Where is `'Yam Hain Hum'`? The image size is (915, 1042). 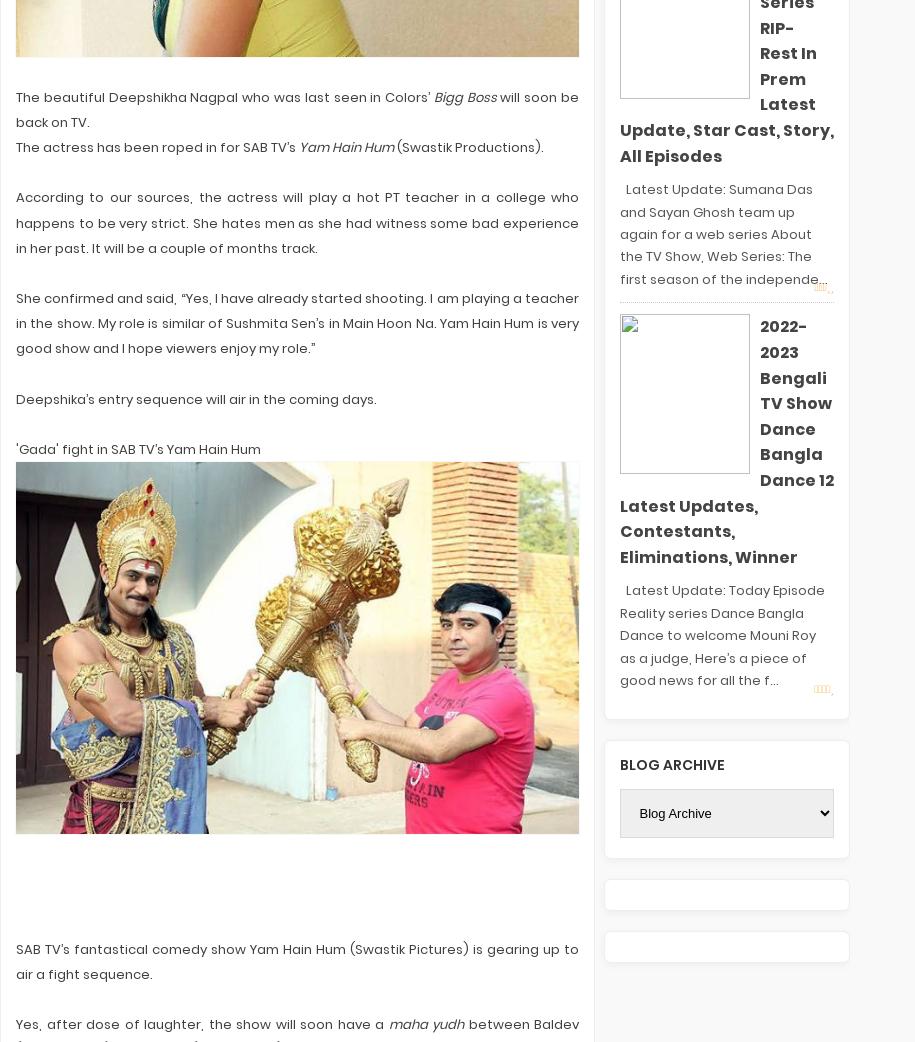
'Yam Hain Hum' is located at coordinates (344, 146).